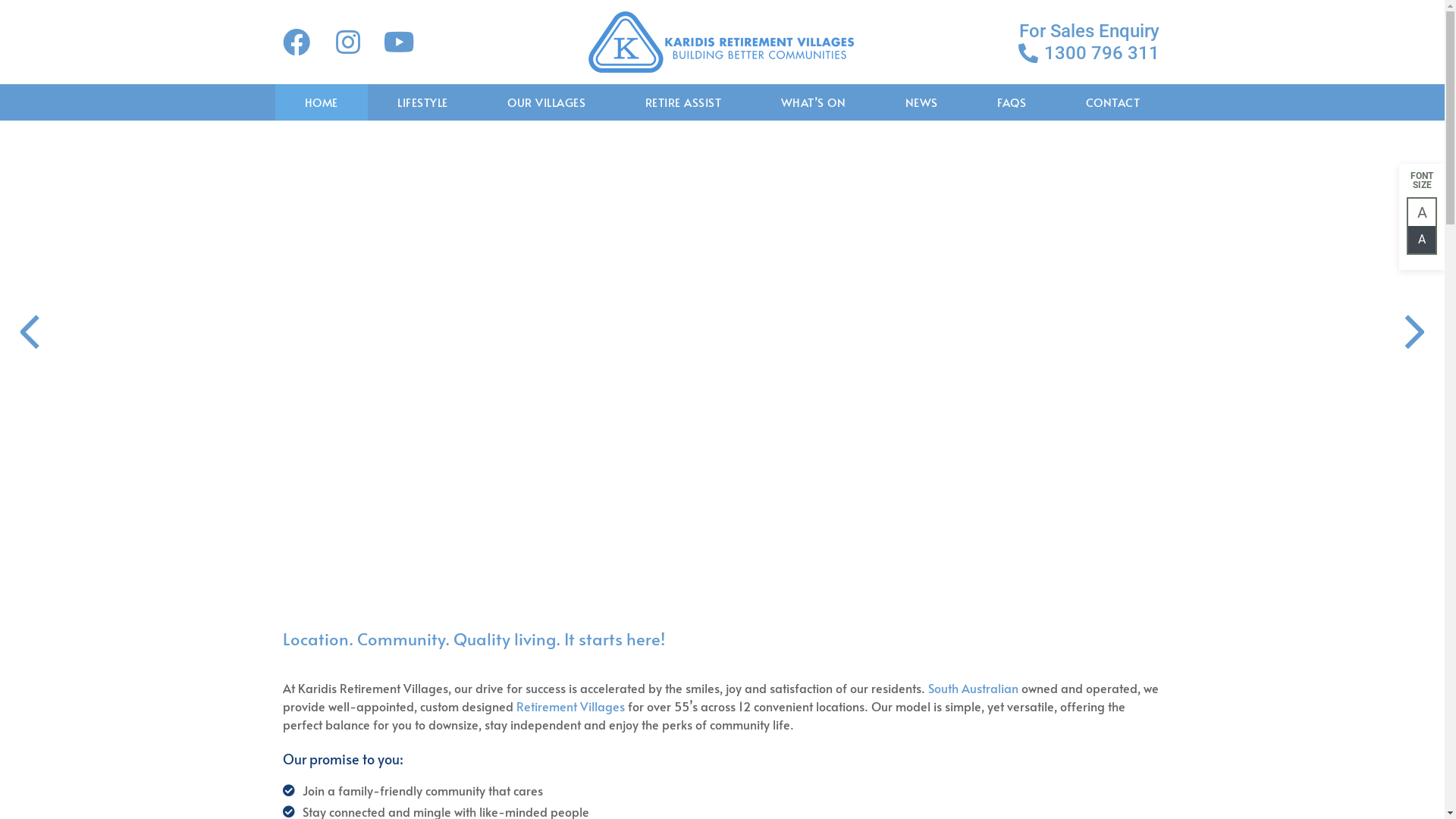 The width and height of the screenshot is (1456, 819). What do you see at coordinates (546, 102) in the screenshot?
I see `'OUR VILLAGES'` at bounding box center [546, 102].